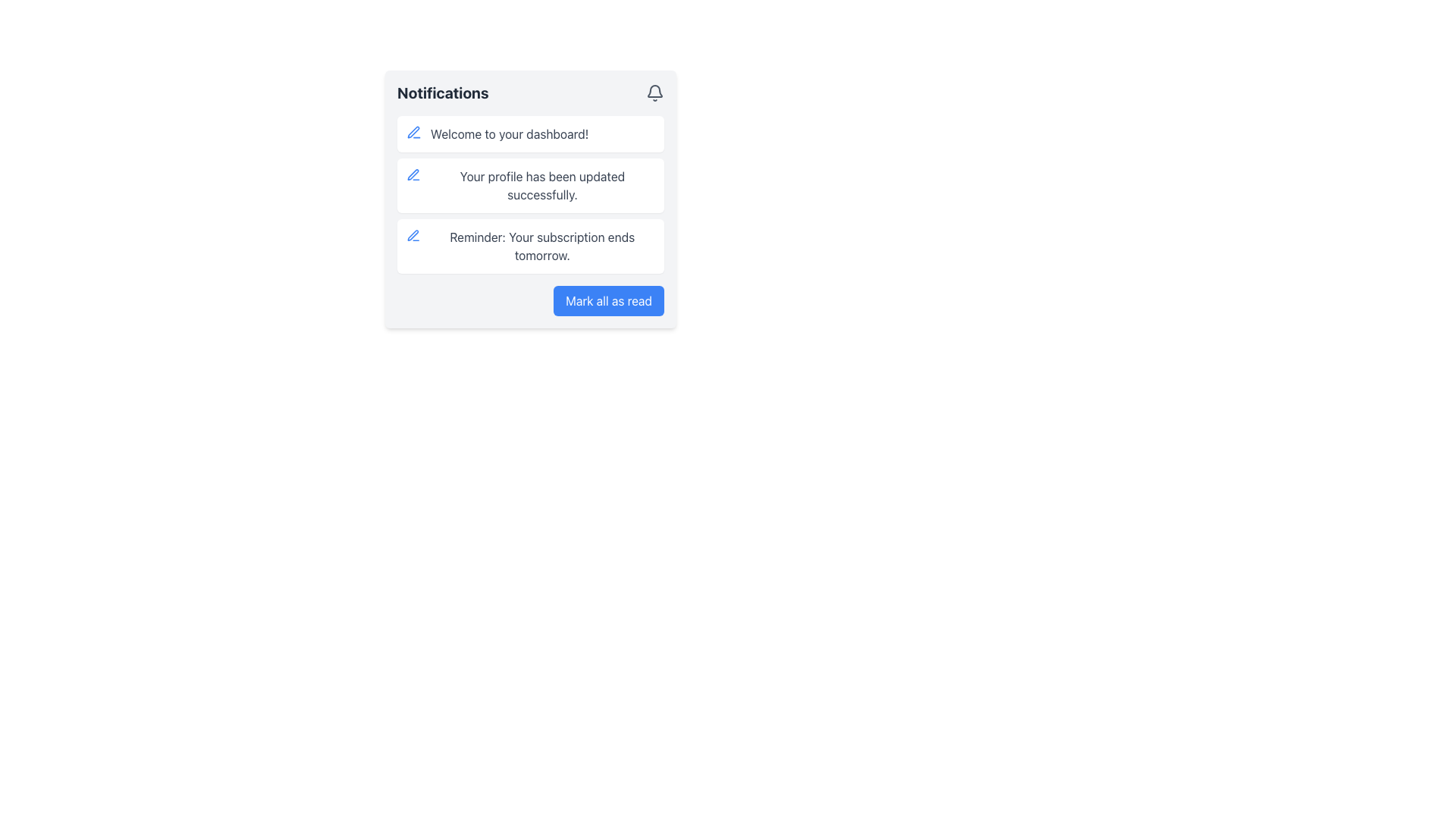 The height and width of the screenshot is (819, 1456). What do you see at coordinates (413, 235) in the screenshot?
I see `the first icon in the topmost notification item, which represents an action related to editing or marking` at bounding box center [413, 235].